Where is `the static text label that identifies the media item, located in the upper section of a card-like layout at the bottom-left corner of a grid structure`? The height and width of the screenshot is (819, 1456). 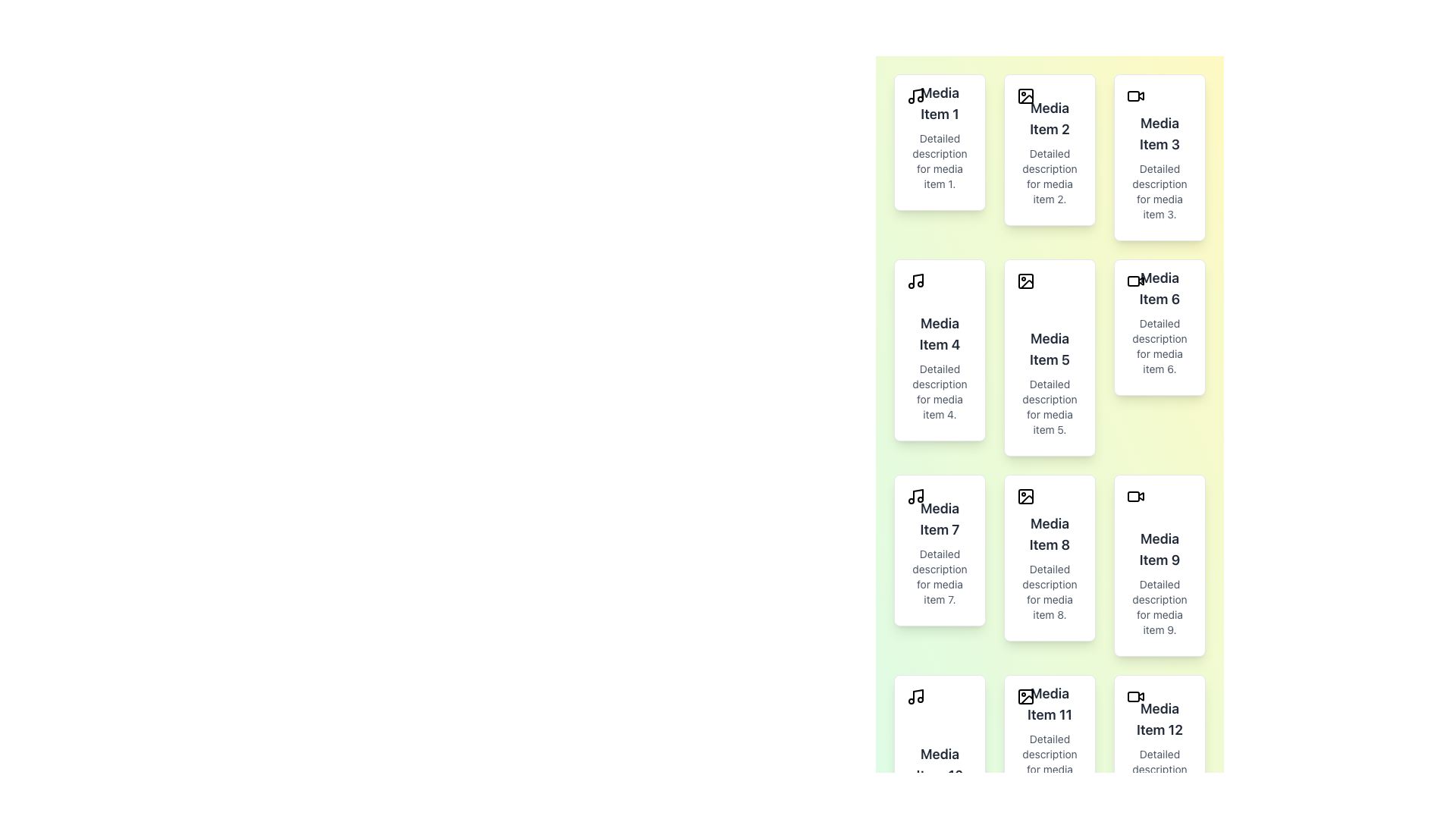 the static text label that identifies the media item, located in the upper section of a card-like layout at the bottom-left corner of a grid structure is located at coordinates (939, 765).